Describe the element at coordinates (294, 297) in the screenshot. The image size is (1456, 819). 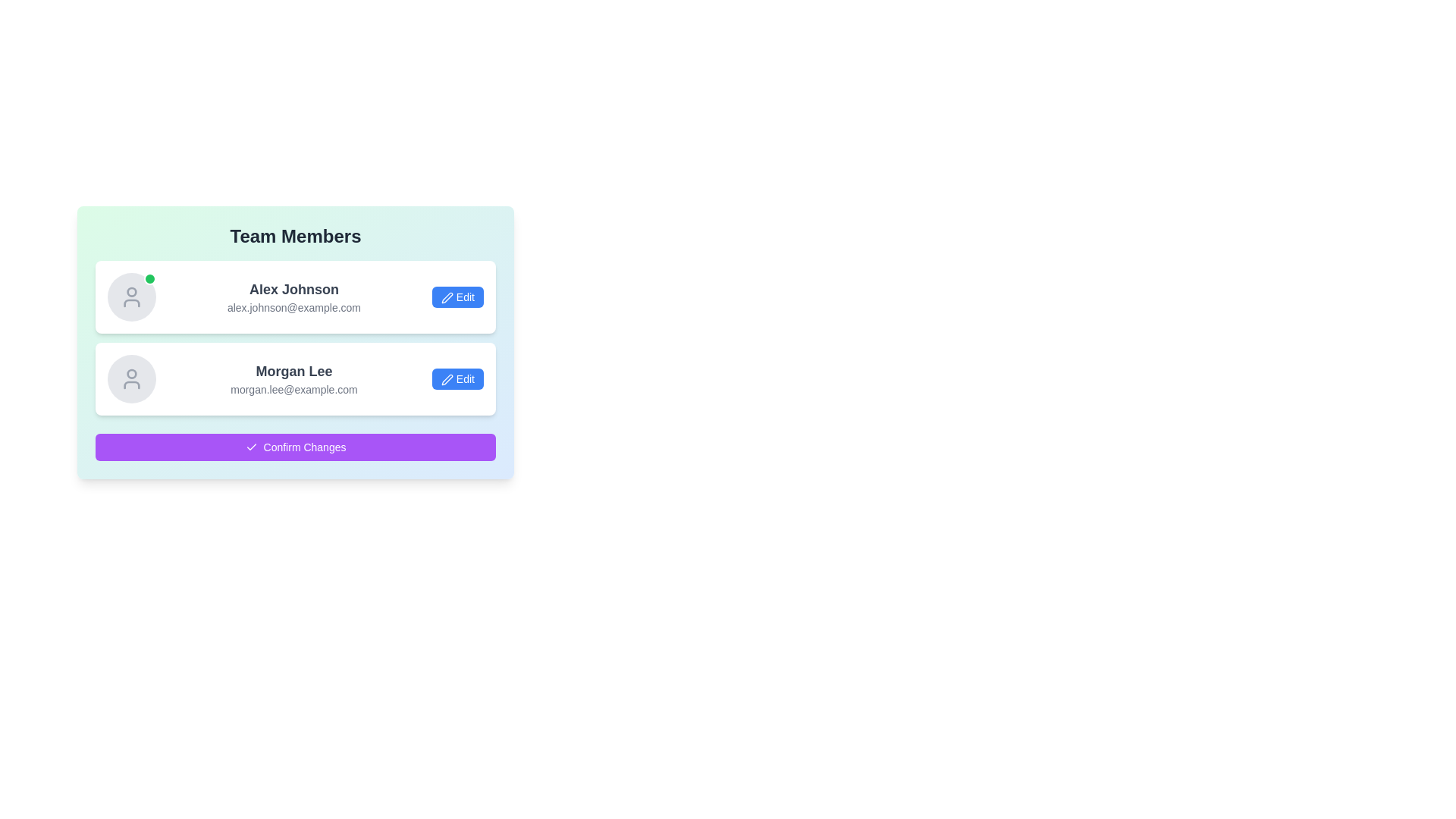
I see `the text display component that shows a team member's name and email address, located in the first section of the team members list, to the right of the profile icon` at that location.